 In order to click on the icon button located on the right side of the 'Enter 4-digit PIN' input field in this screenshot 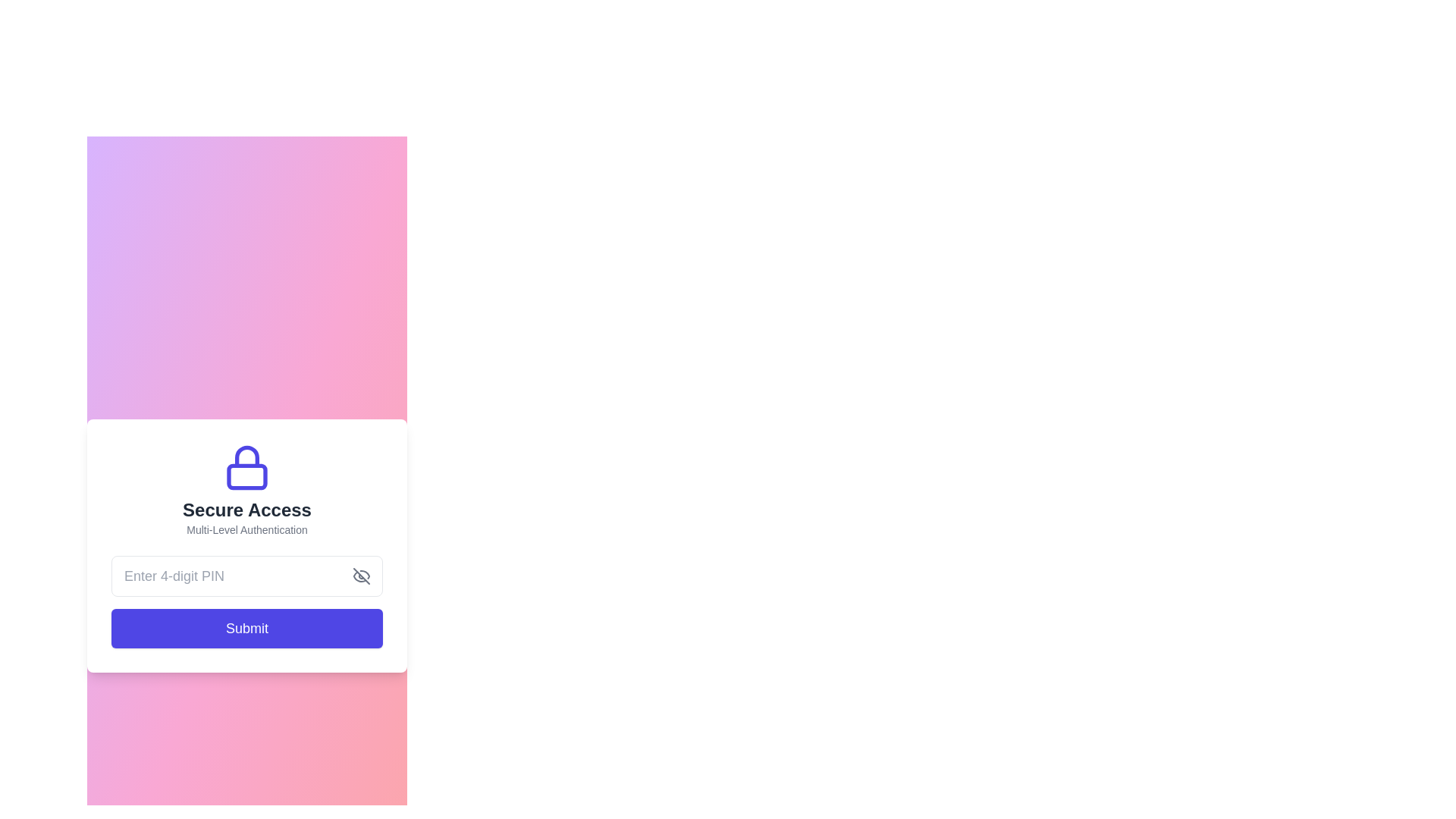, I will do `click(360, 576)`.